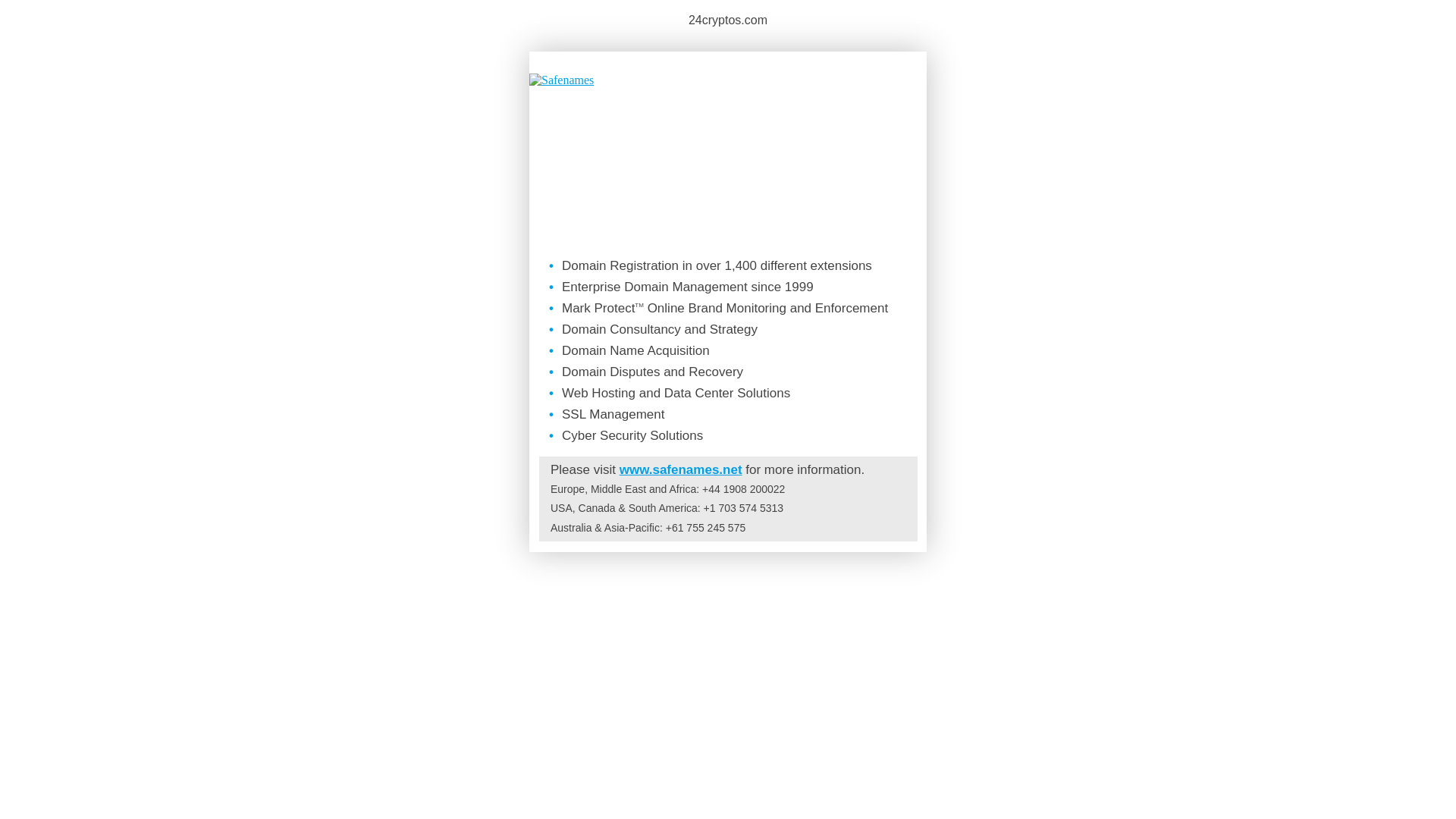 The width and height of the screenshot is (1456, 819). What do you see at coordinates (679, 469) in the screenshot?
I see `'www.safenames.net'` at bounding box center [679, 469].